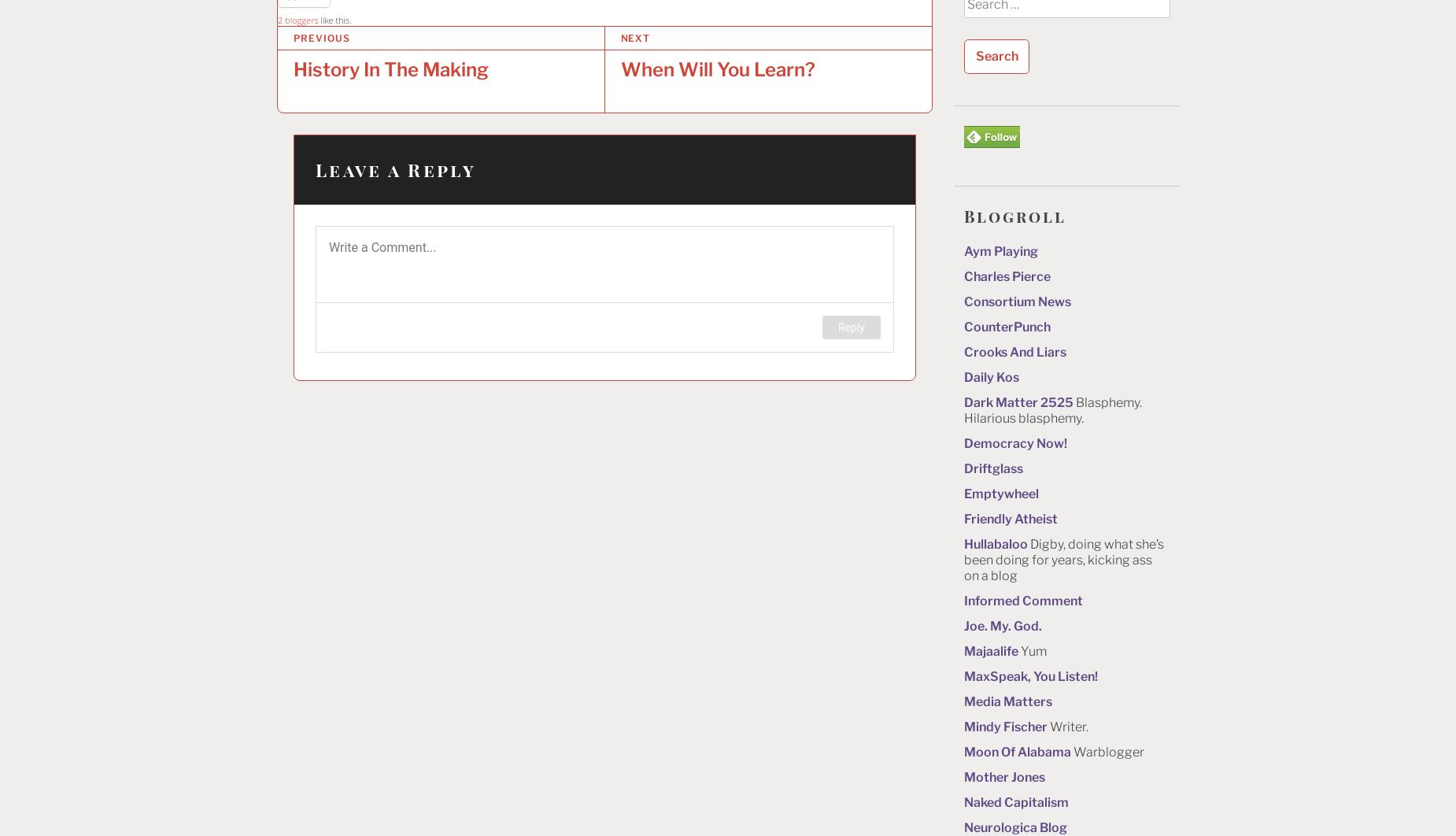 The width and height of the screenshot is (1456, 836). I want to click on 'Majaalife', so click(990, 649).